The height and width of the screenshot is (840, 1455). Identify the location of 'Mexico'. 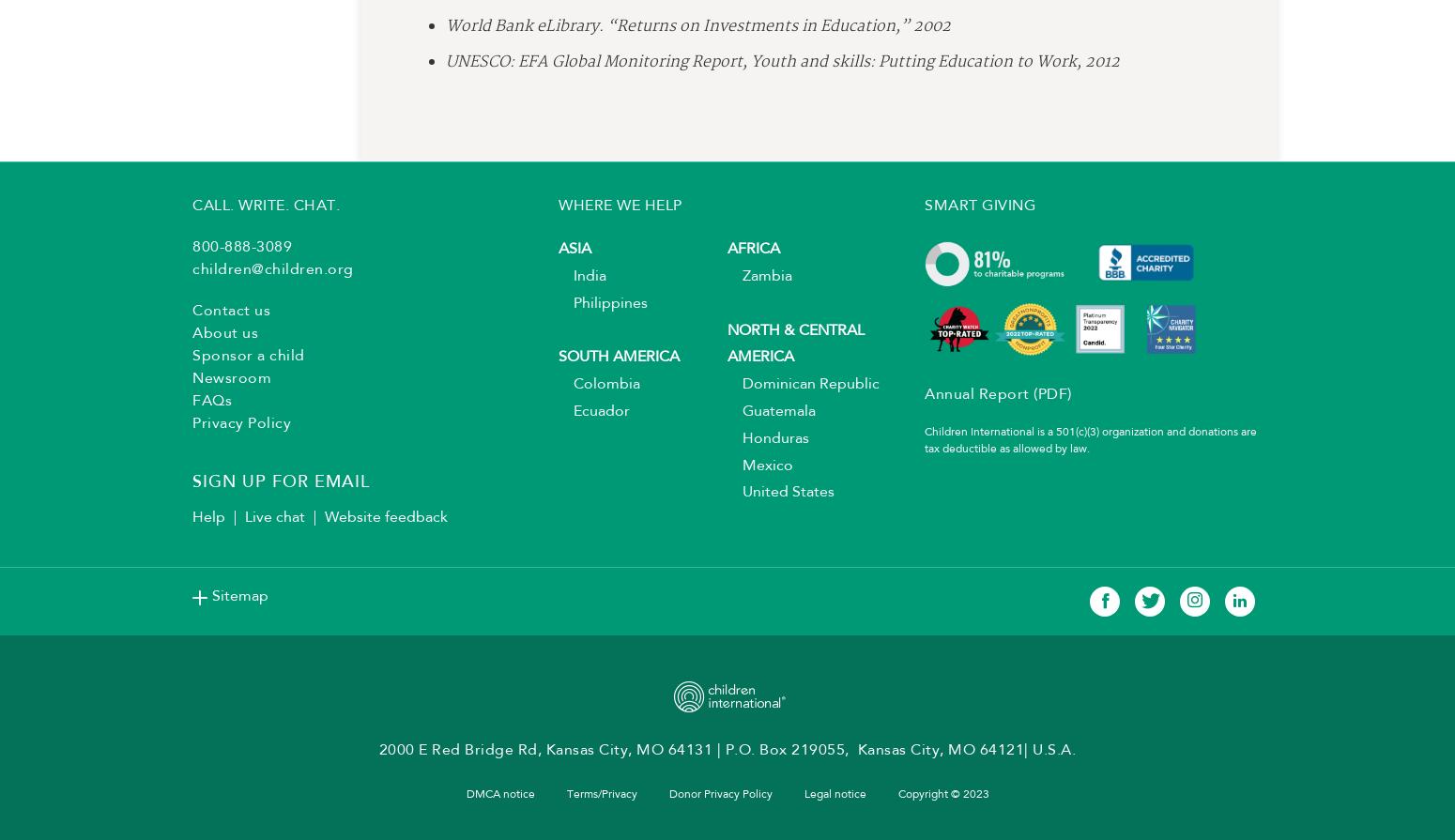
(759, 471).